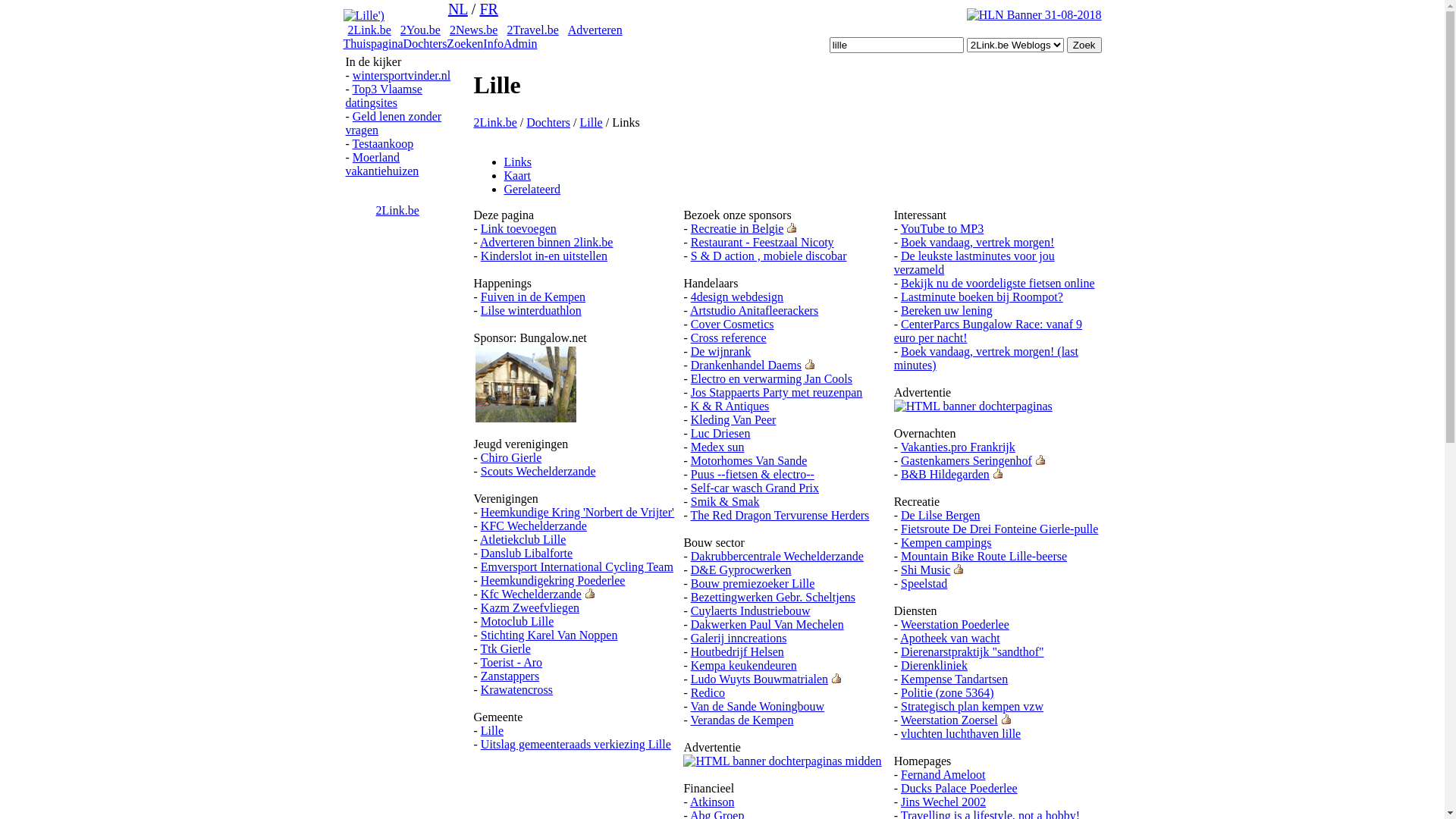  Describe the element at coordinates (479, 309) in the screenshot. I see `'Lilse winterduathlon'` at that location.